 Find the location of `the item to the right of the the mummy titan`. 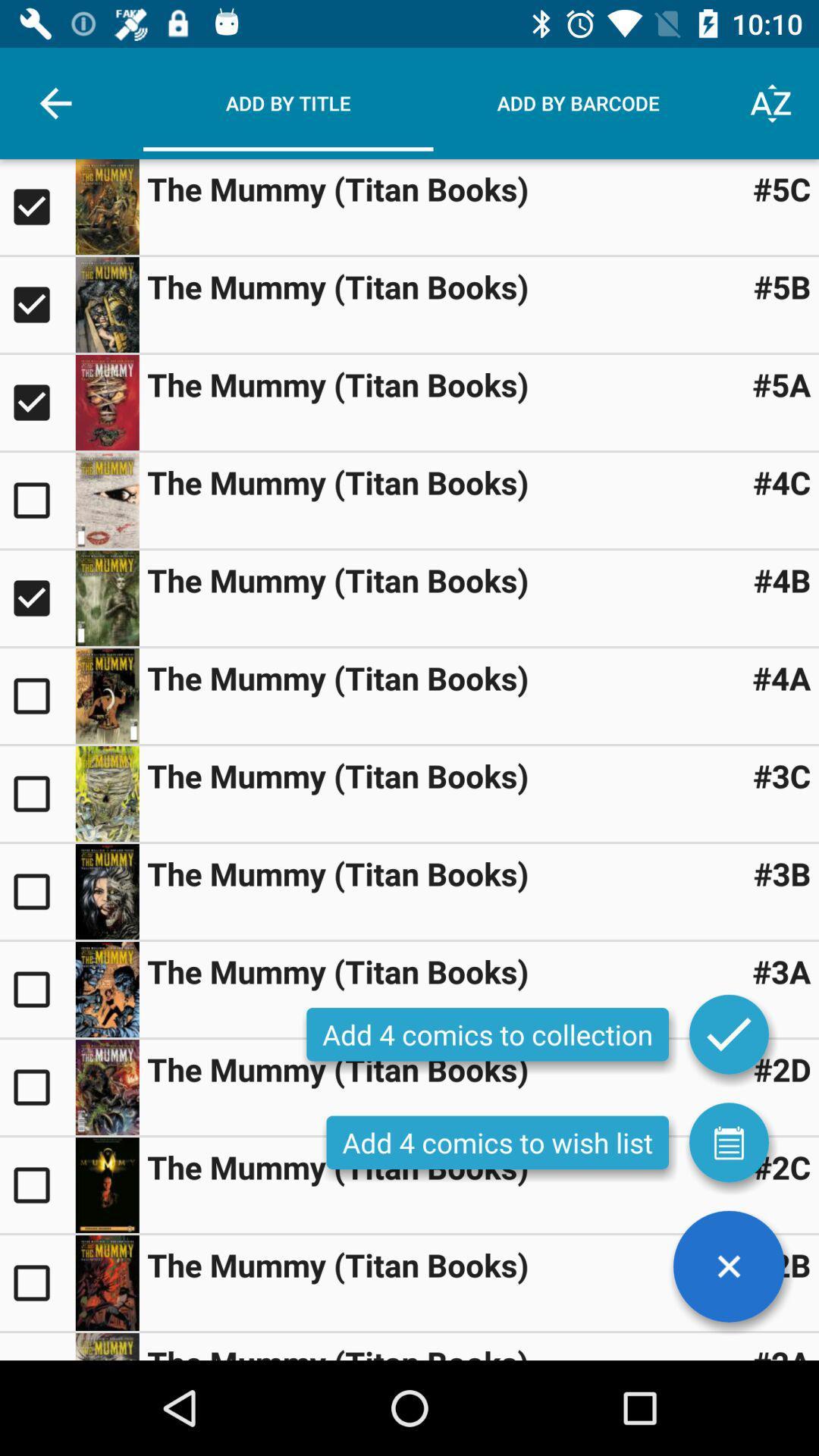

the item to the right of the the mummy titan is located at coordinates (782, 1265).